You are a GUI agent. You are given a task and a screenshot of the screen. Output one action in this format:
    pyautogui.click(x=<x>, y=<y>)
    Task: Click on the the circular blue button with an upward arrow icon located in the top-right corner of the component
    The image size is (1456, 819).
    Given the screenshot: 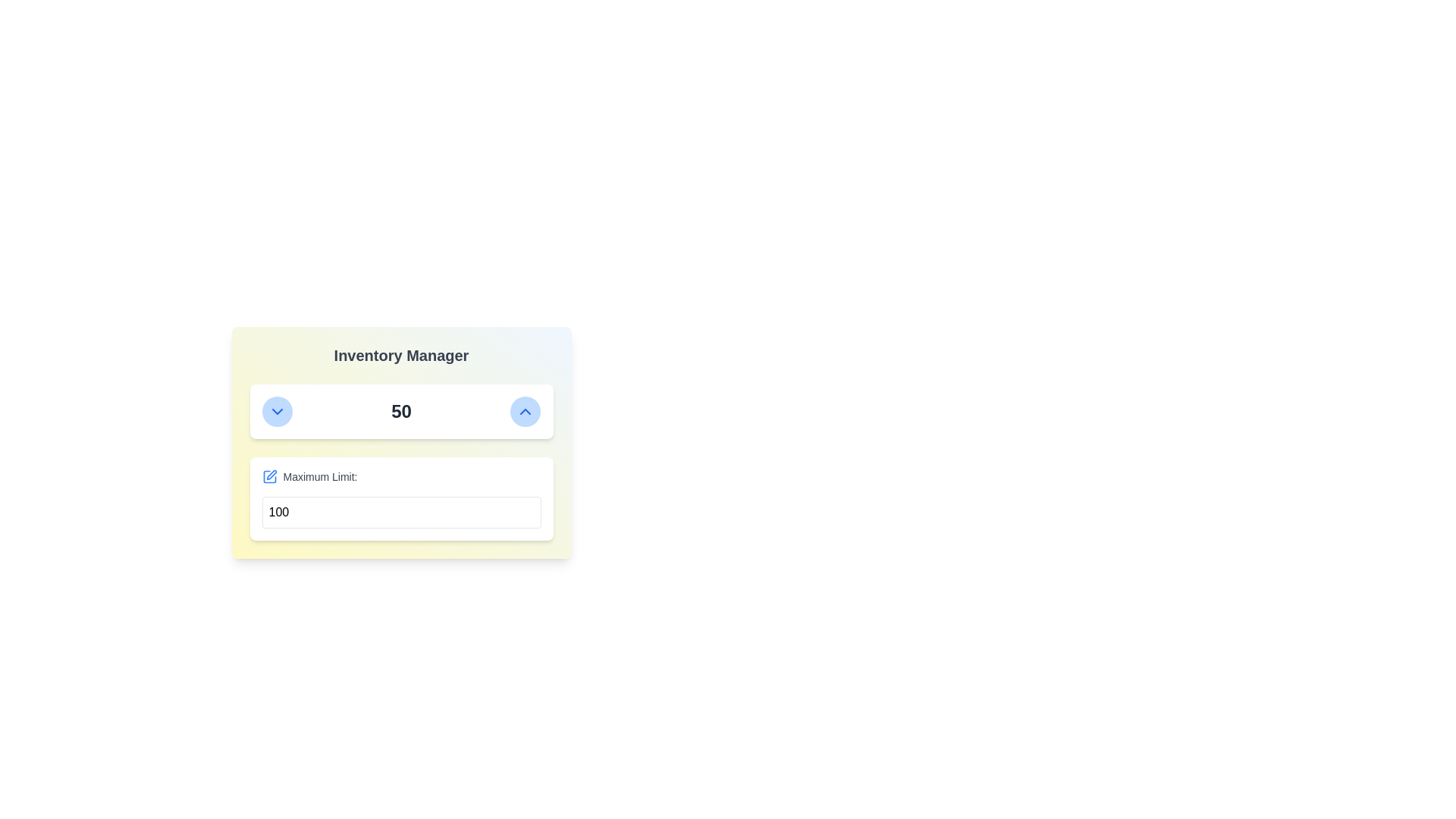 What is the action you would take?
    pyautogui.click(x=526, y=412)
    